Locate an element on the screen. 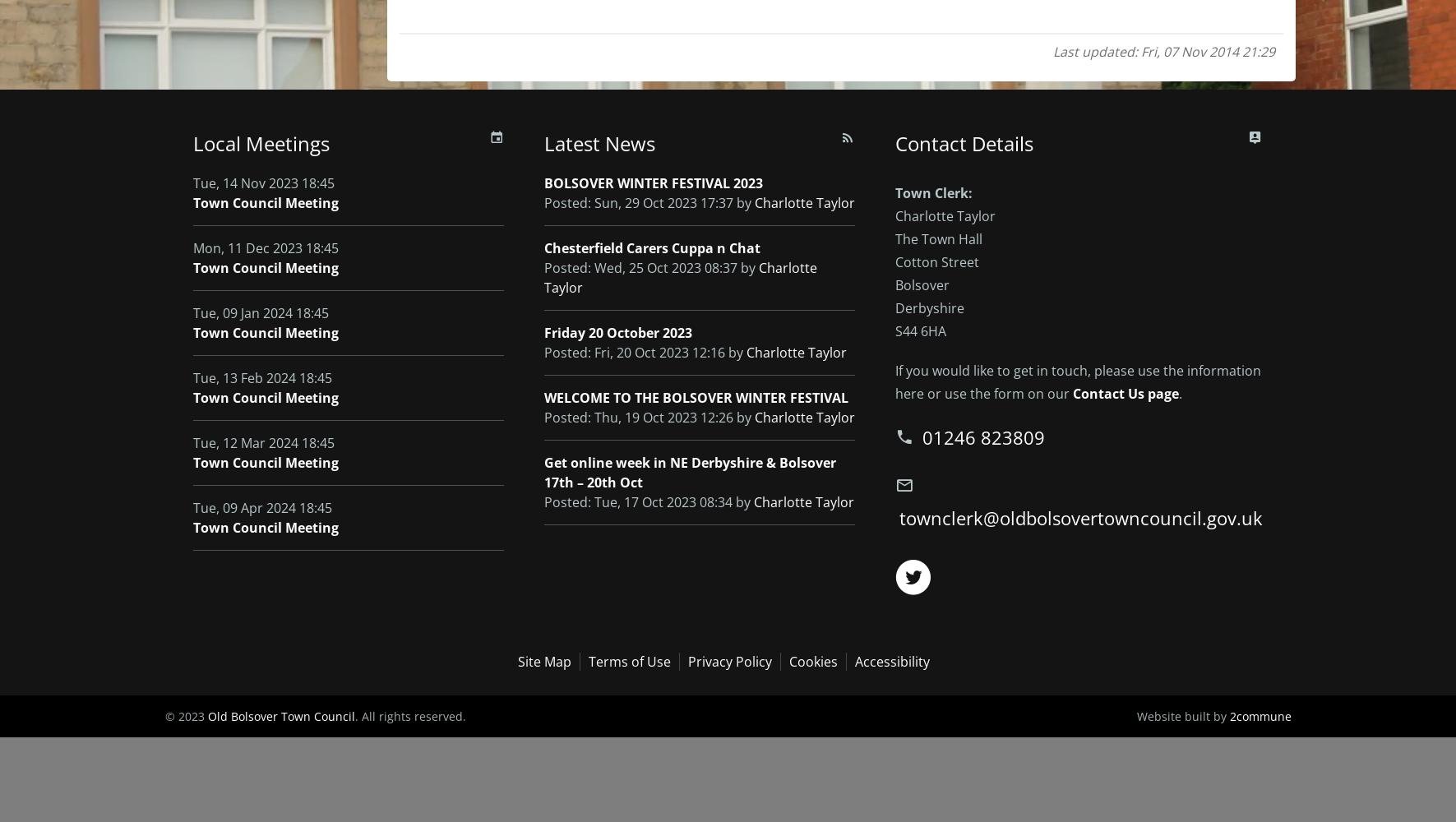  'Site Map' is located at coordinates (544, 661).